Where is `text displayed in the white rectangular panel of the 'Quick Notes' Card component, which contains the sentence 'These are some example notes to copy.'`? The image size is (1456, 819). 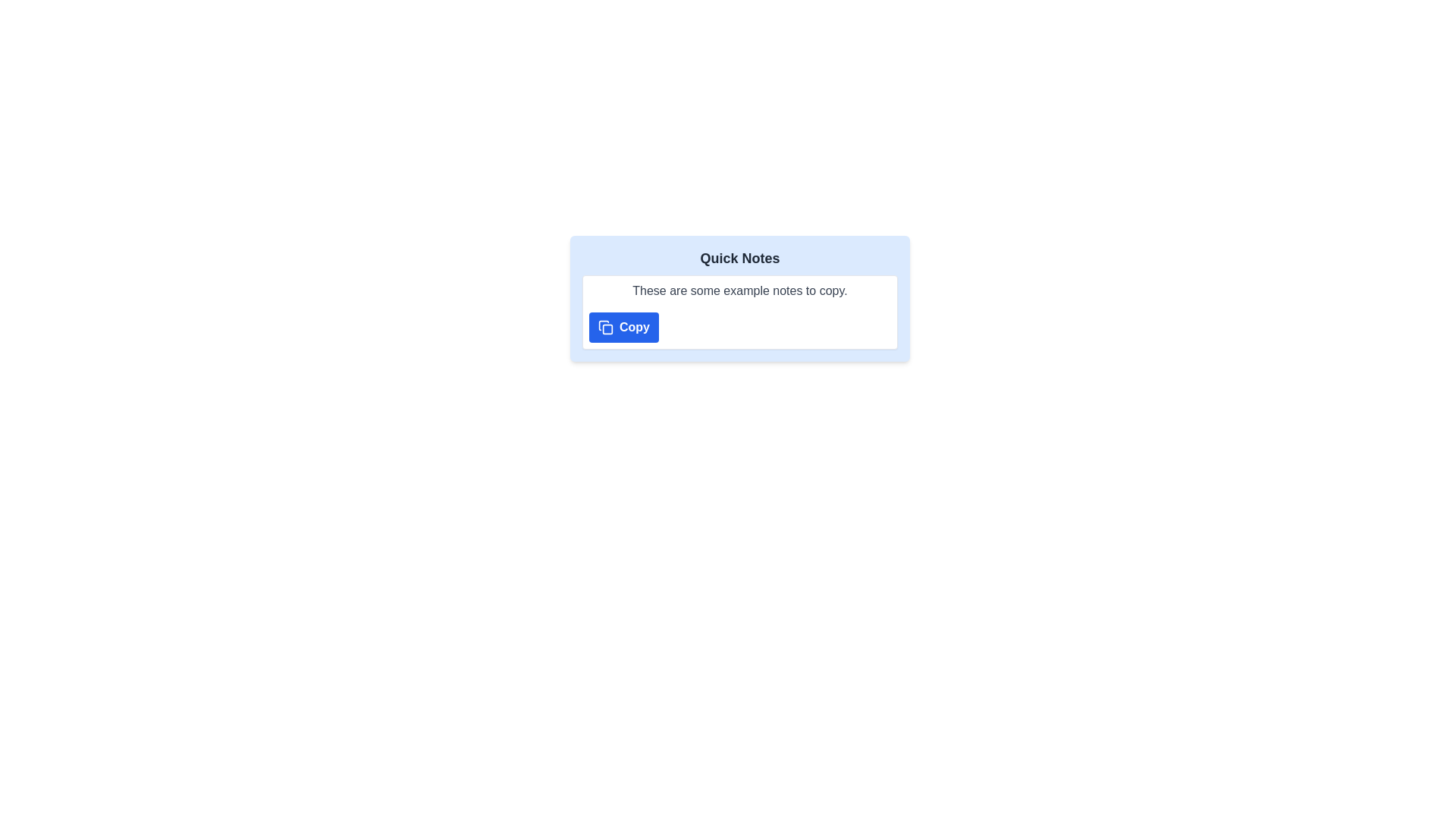
text displayed in the white rectangular panel of the 'Quick Notes' Card component, which contains the sentence 'These are some example notes to copy.' is located at coordinates (739, 298).